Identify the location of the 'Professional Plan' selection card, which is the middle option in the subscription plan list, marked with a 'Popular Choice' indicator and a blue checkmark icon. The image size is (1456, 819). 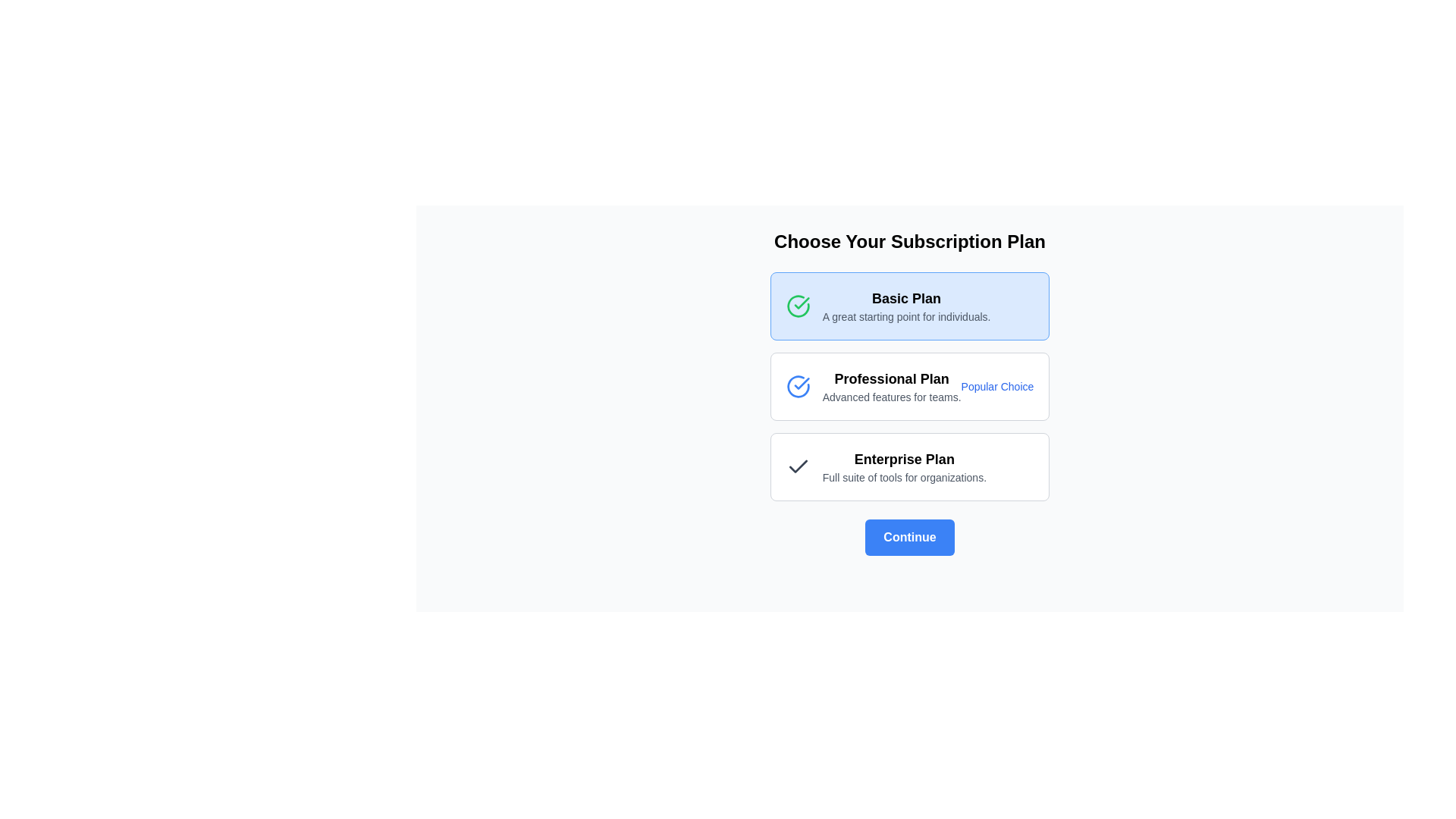
(910, 385).